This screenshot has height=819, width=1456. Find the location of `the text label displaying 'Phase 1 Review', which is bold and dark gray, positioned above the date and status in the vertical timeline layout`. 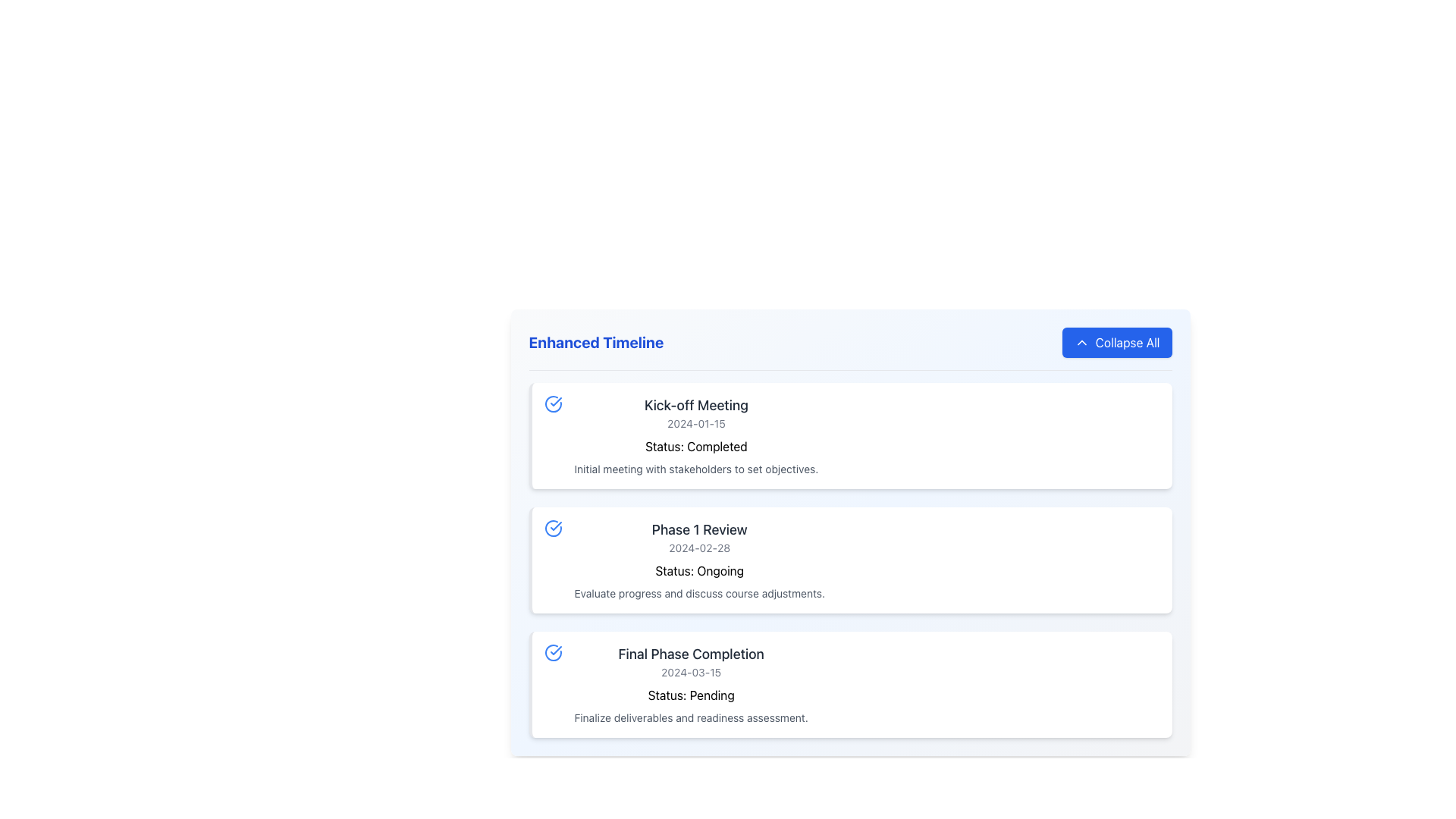

the text label displaying 'Phase 1 Review', which is bold and dark gray, positioned above the date and status in the vertical timeline layout is located at coordinates (698, 529).